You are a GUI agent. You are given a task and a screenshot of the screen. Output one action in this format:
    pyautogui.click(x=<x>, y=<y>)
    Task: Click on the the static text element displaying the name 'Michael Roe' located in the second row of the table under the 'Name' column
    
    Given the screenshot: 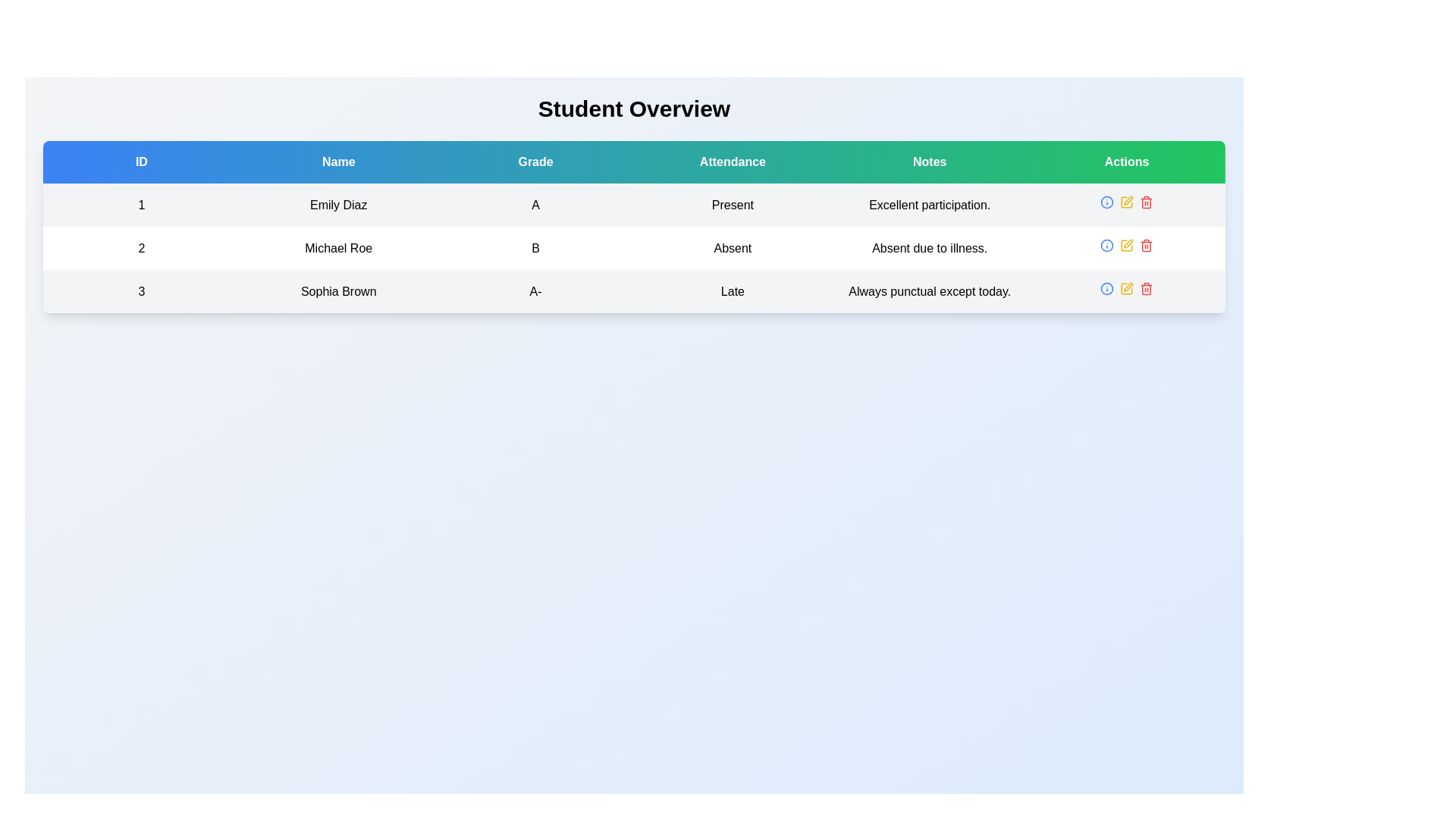 What is the action you would take?
    pyautogui.click(x=337, y=247)
    